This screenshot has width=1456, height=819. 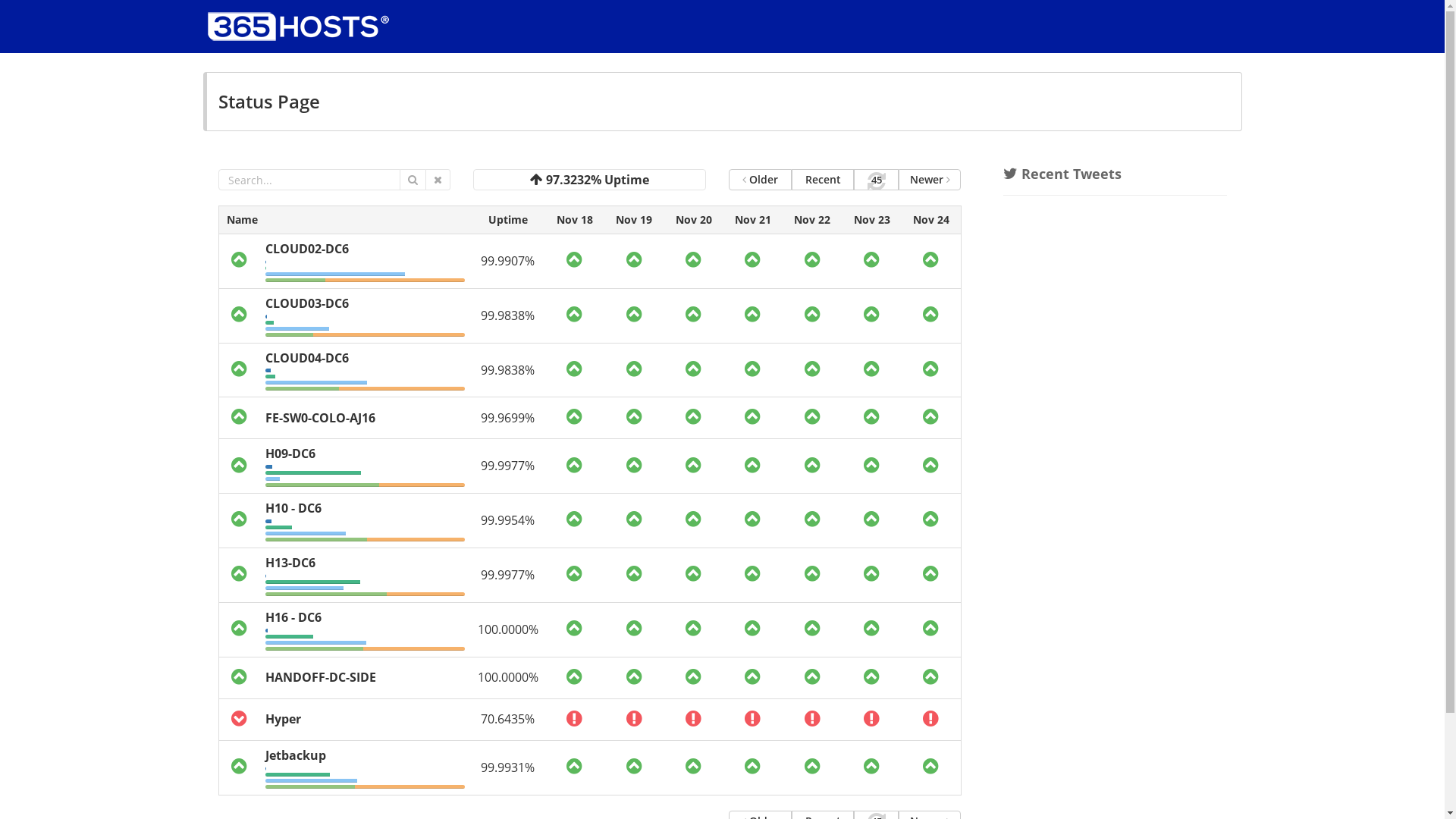 What do you see at coordinates (283, 718) in the screenshot?
I see `'Hyper'` at bounding box center [283, 718].